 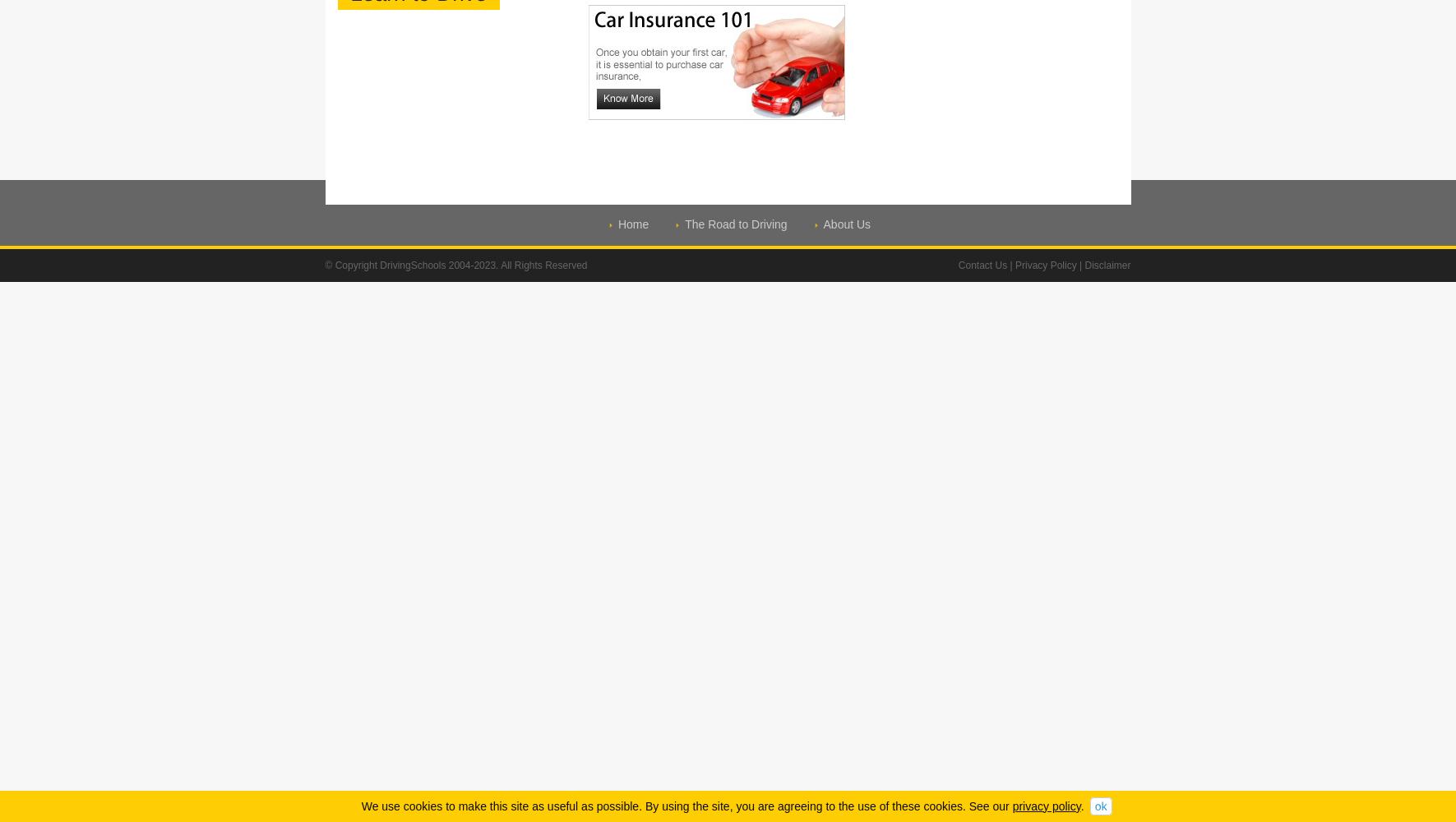 What do you see at coordinates (736, 224) in the screenshot?
I see `'The Road to Driving'` at bounding box center [736, 224].